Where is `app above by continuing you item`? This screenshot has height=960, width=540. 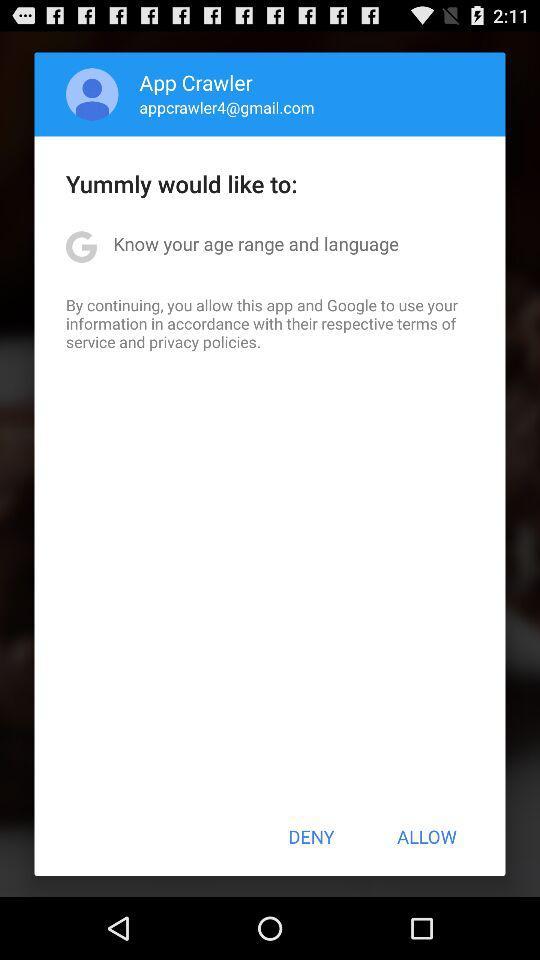
app above by continuing you item is located at coordinates (256, 242).